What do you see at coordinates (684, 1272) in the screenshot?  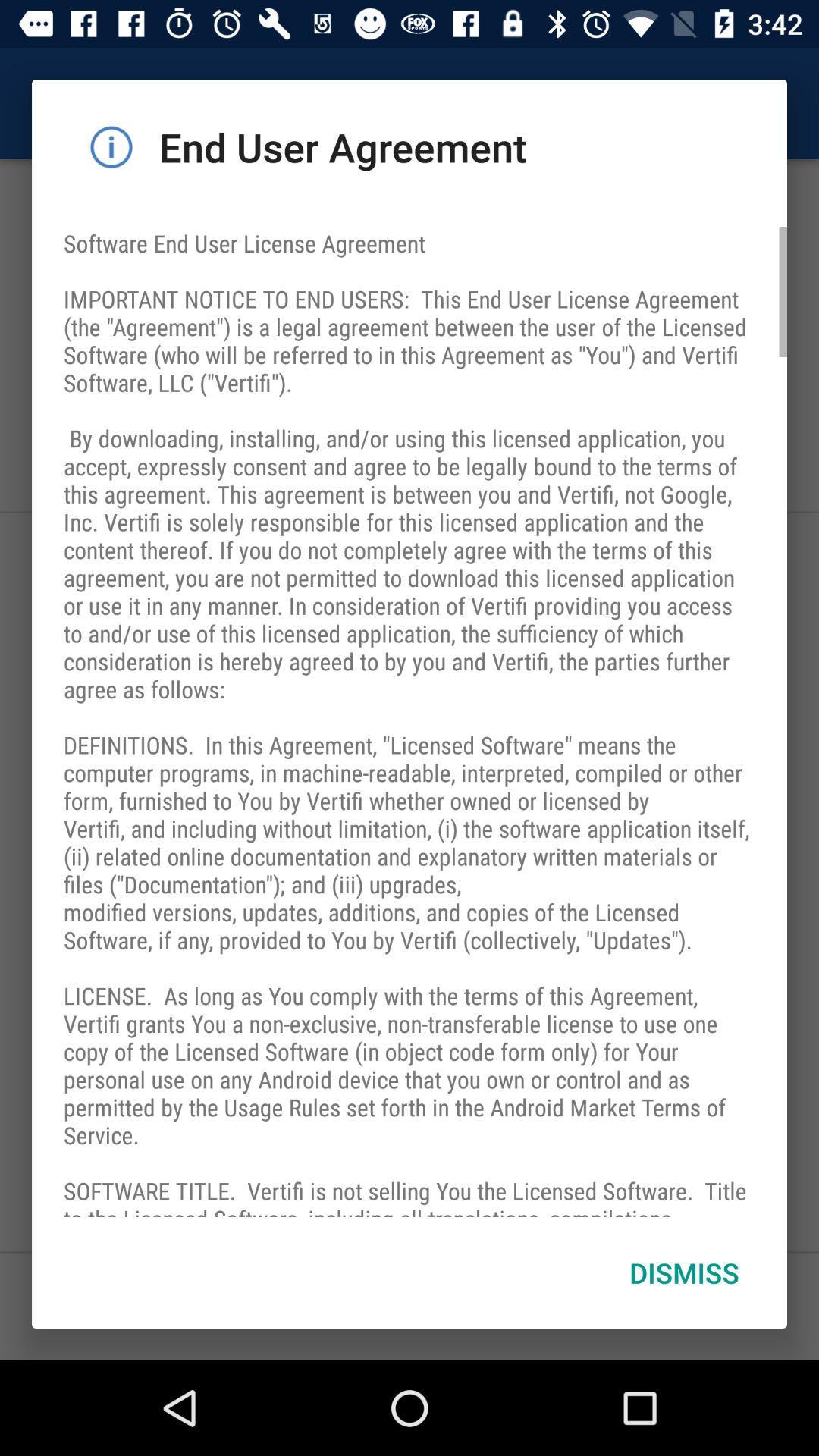 I see `item at the bottom right corner` at bounding box center [684, 1272].